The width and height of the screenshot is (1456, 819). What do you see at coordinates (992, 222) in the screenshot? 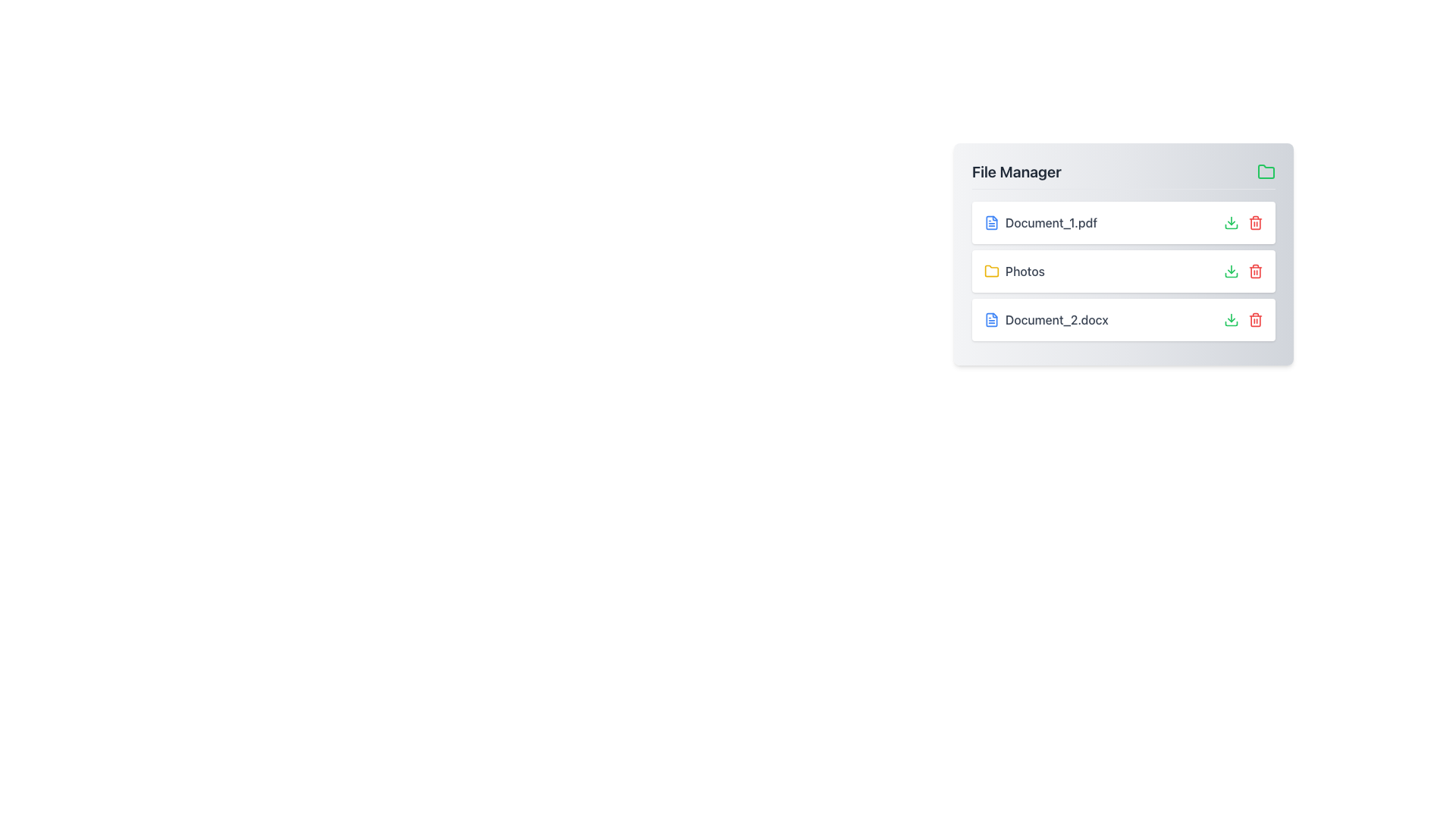
I see `the small blue document icon associated with 'Document_1.pdf' in the File Manager interface` at bounding box center [992, 222].